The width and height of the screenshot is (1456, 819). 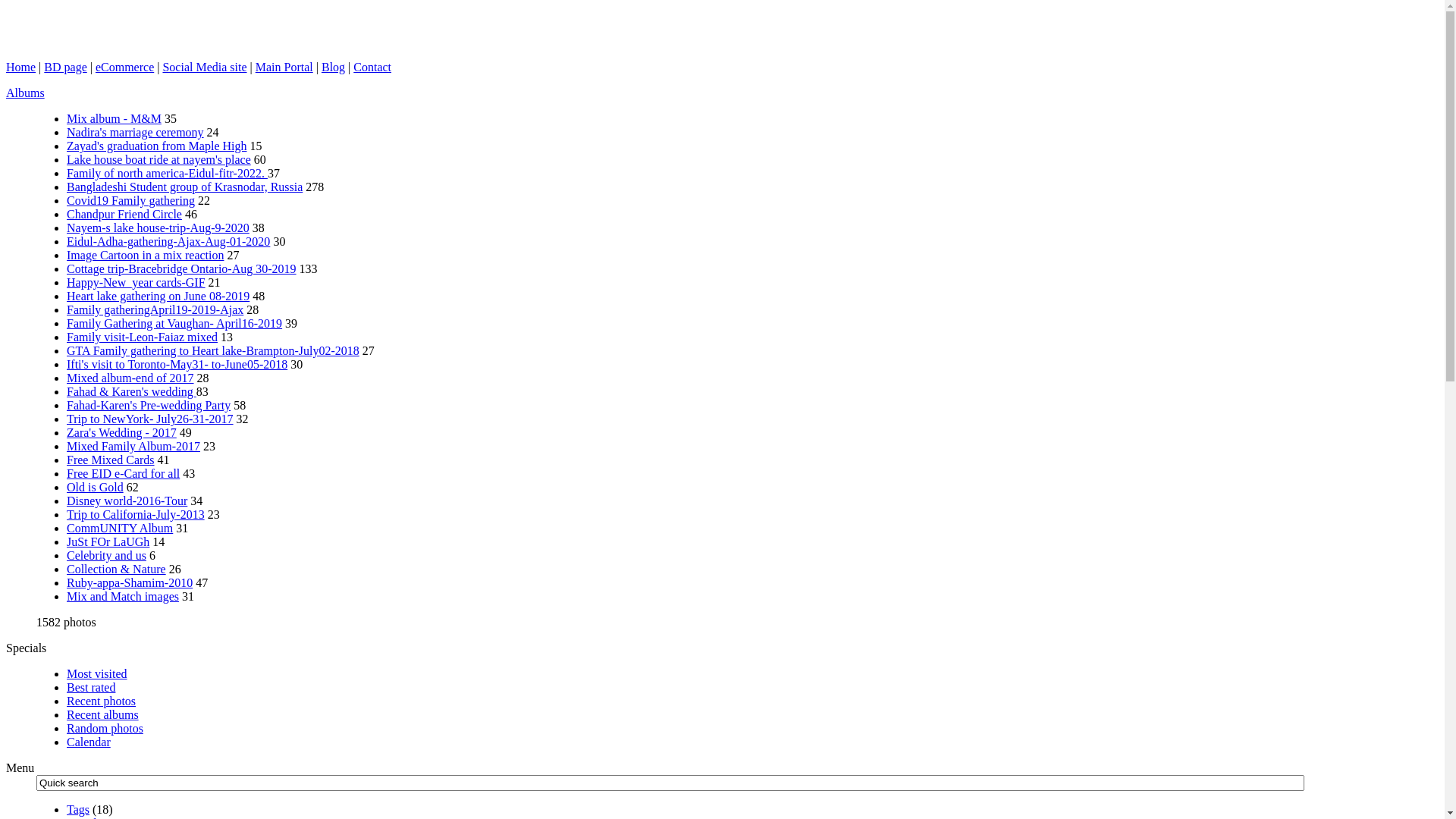 What do you see at coordinates (181, 268) in the screenshot?
I see `'Cottage trip-Bracebridge Ontario-Aug 30-2019'` at bounding box center [181, 268].